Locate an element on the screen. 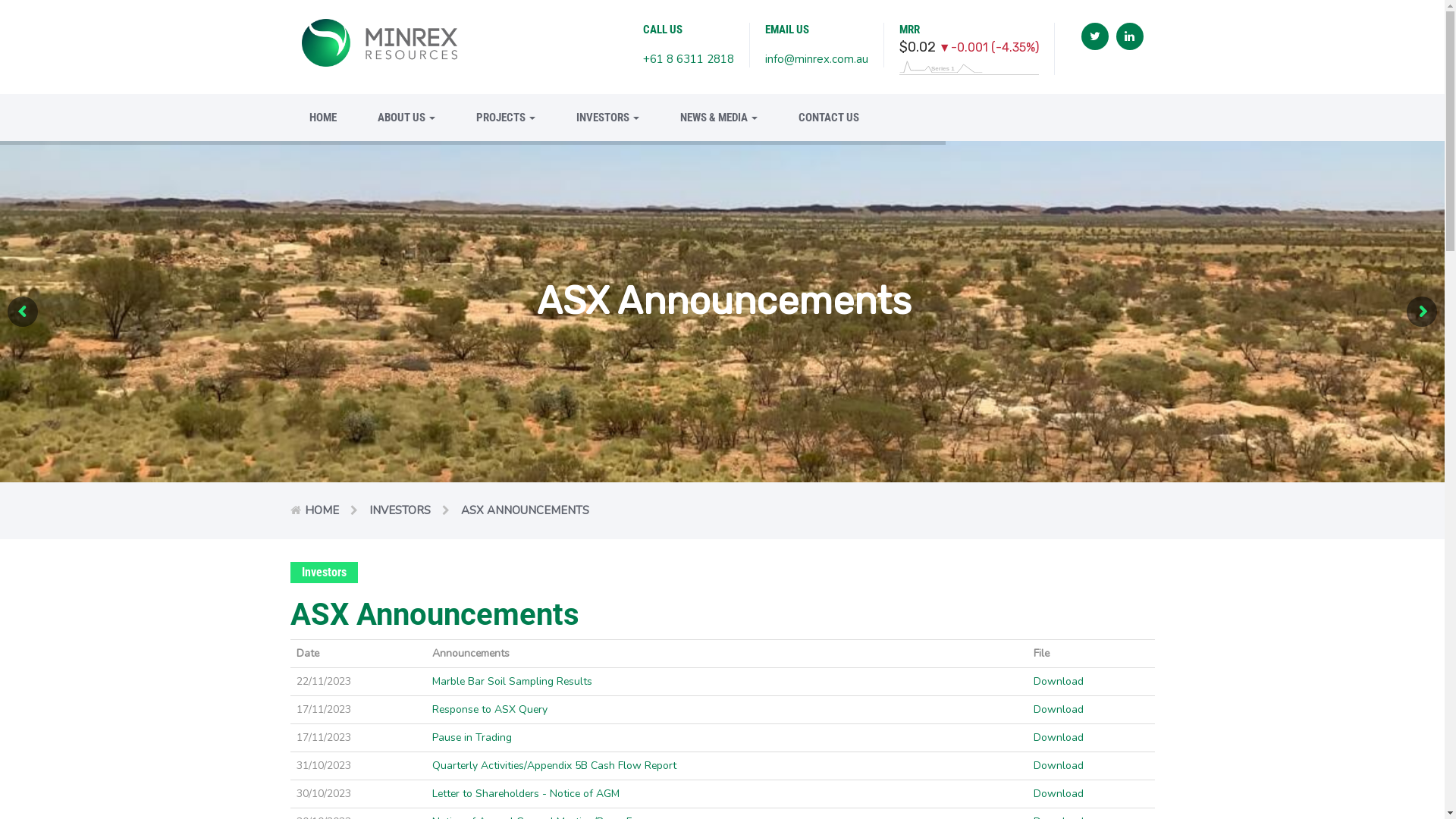 The height and width of the screenshot is (819, 1456). 'Response to ASX Query' is located at coordinates (431, 709).